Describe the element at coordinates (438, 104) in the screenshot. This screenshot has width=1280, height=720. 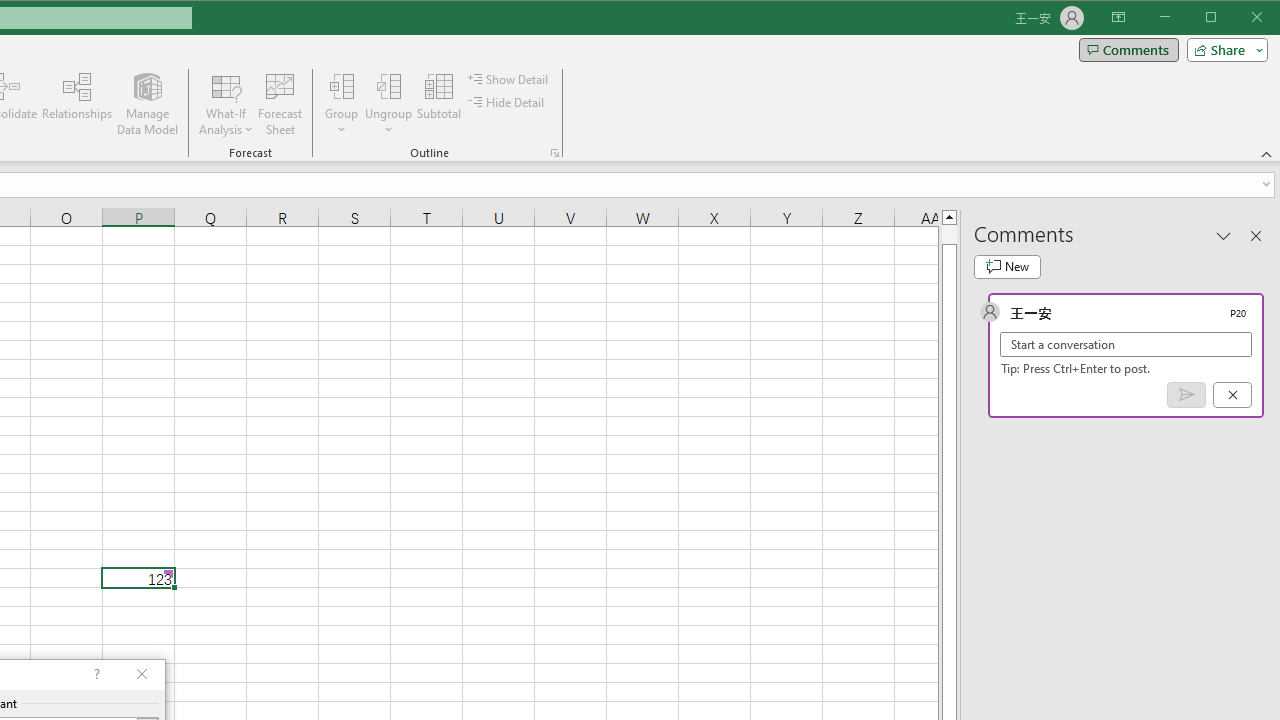
I see `'Subtotal'` at that location.